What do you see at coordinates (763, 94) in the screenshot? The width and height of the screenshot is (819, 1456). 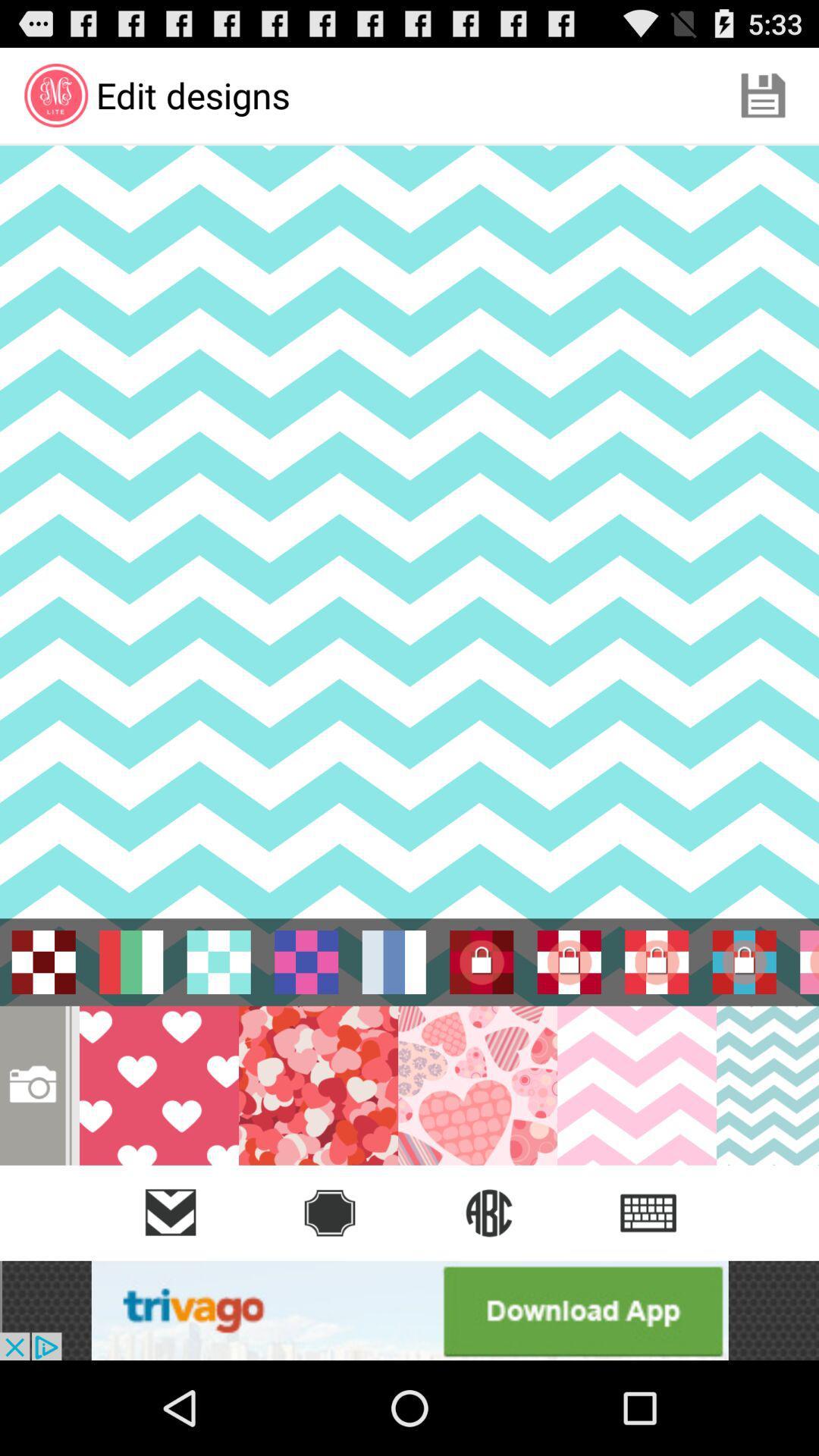 I see `the icon which is at the top right of the page` at bounding box center [763, 94].